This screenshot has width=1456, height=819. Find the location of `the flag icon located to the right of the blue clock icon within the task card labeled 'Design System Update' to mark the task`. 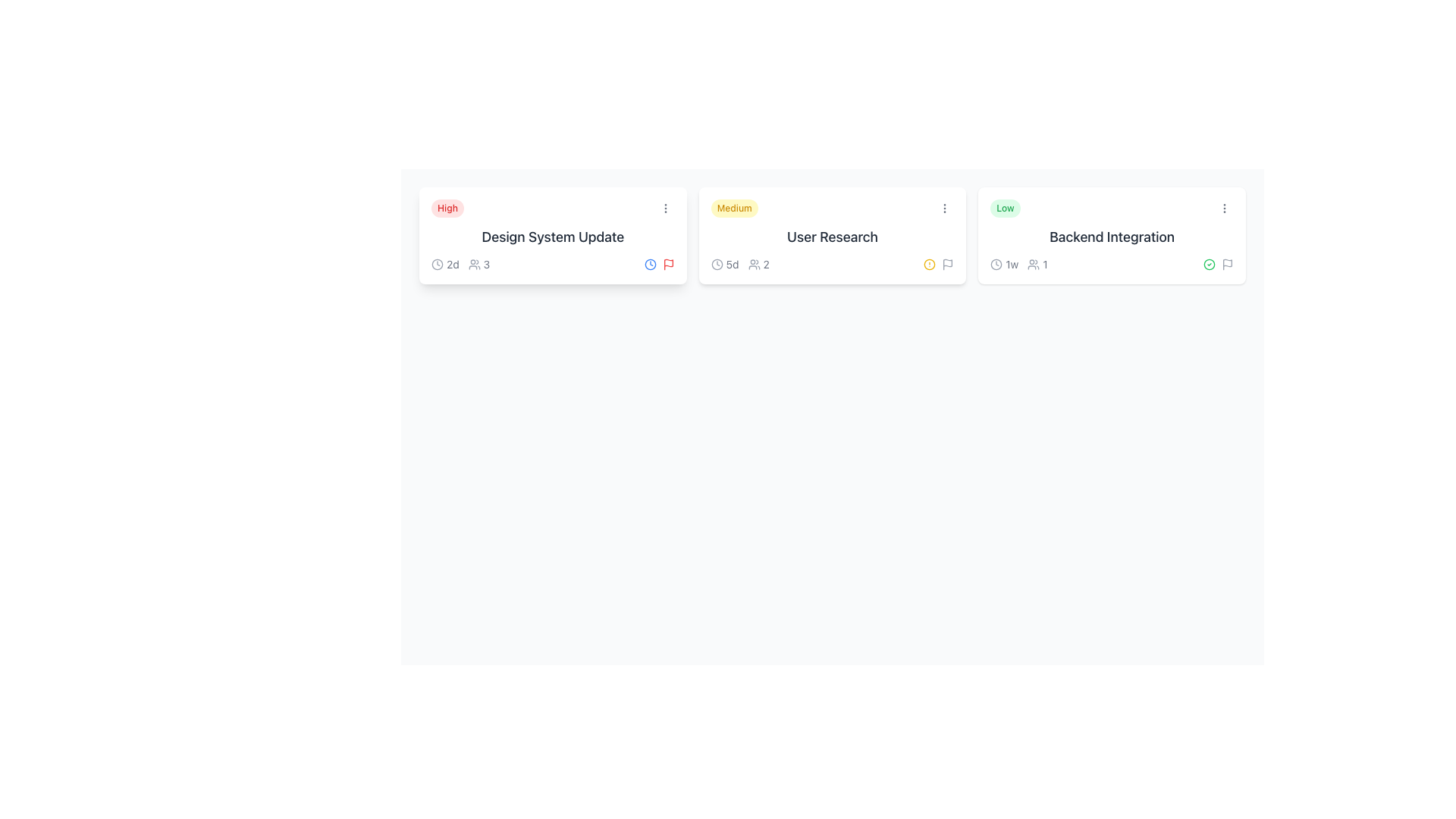

the flag icon located to the right of the blue clock icon within the task card labeled 'Design System Update' to mark the task is located at coordinates (667, 263).